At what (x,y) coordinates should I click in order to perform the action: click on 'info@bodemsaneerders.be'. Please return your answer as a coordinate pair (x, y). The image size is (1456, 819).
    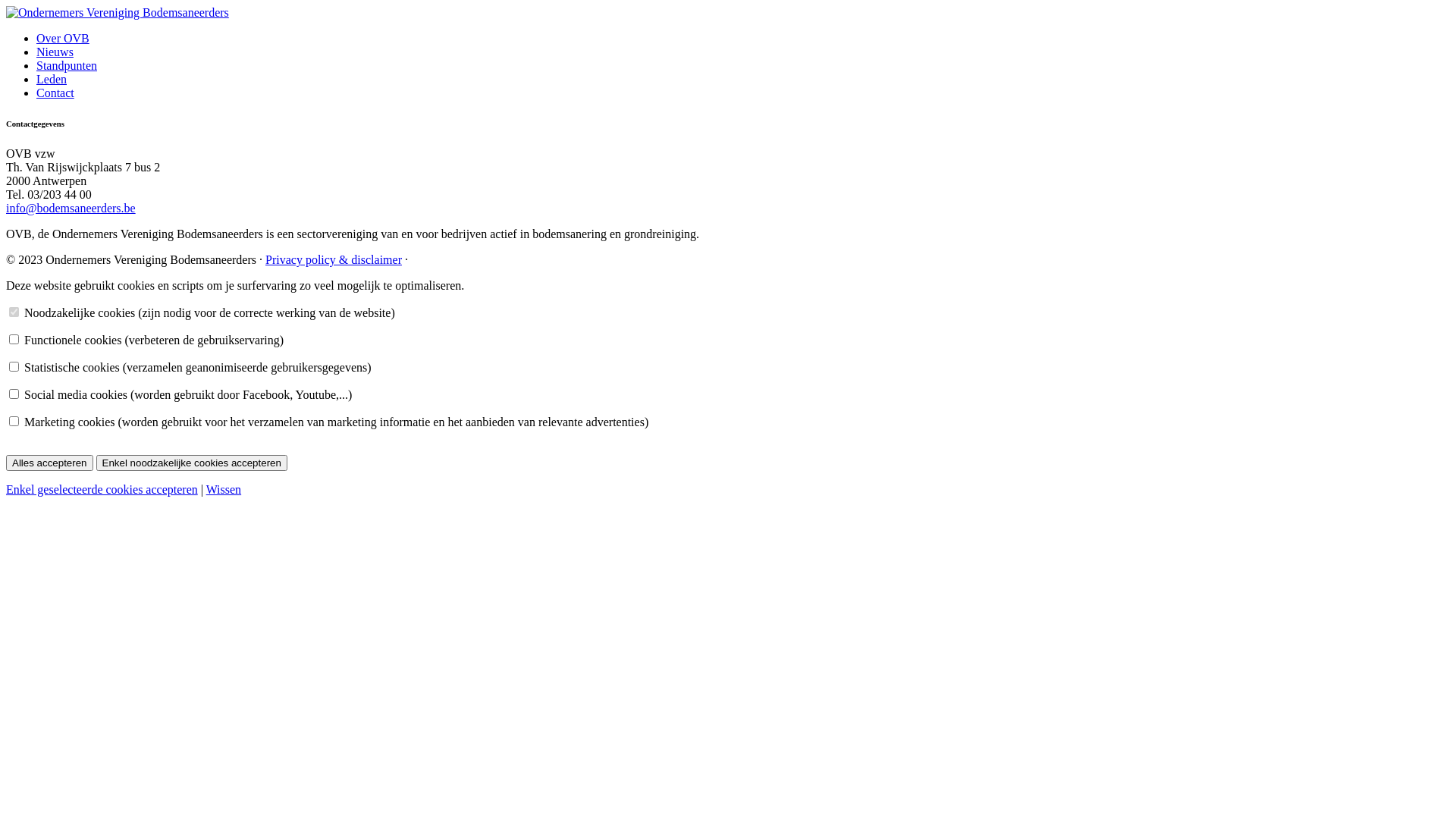
    Looking at the image, I should click on (70, 208).